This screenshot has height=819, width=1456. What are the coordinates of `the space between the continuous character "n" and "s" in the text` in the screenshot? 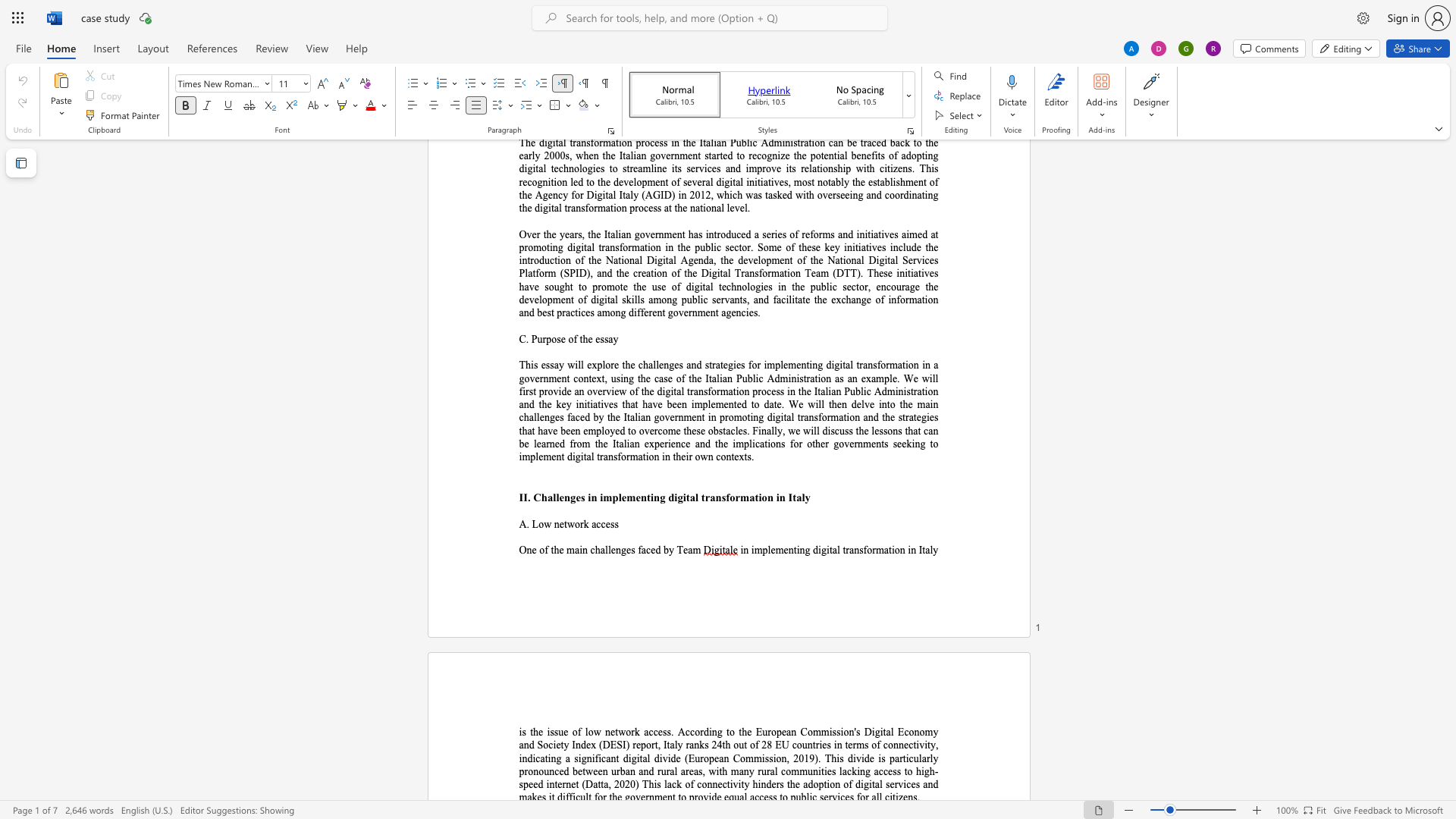 It's located at (613, 456).